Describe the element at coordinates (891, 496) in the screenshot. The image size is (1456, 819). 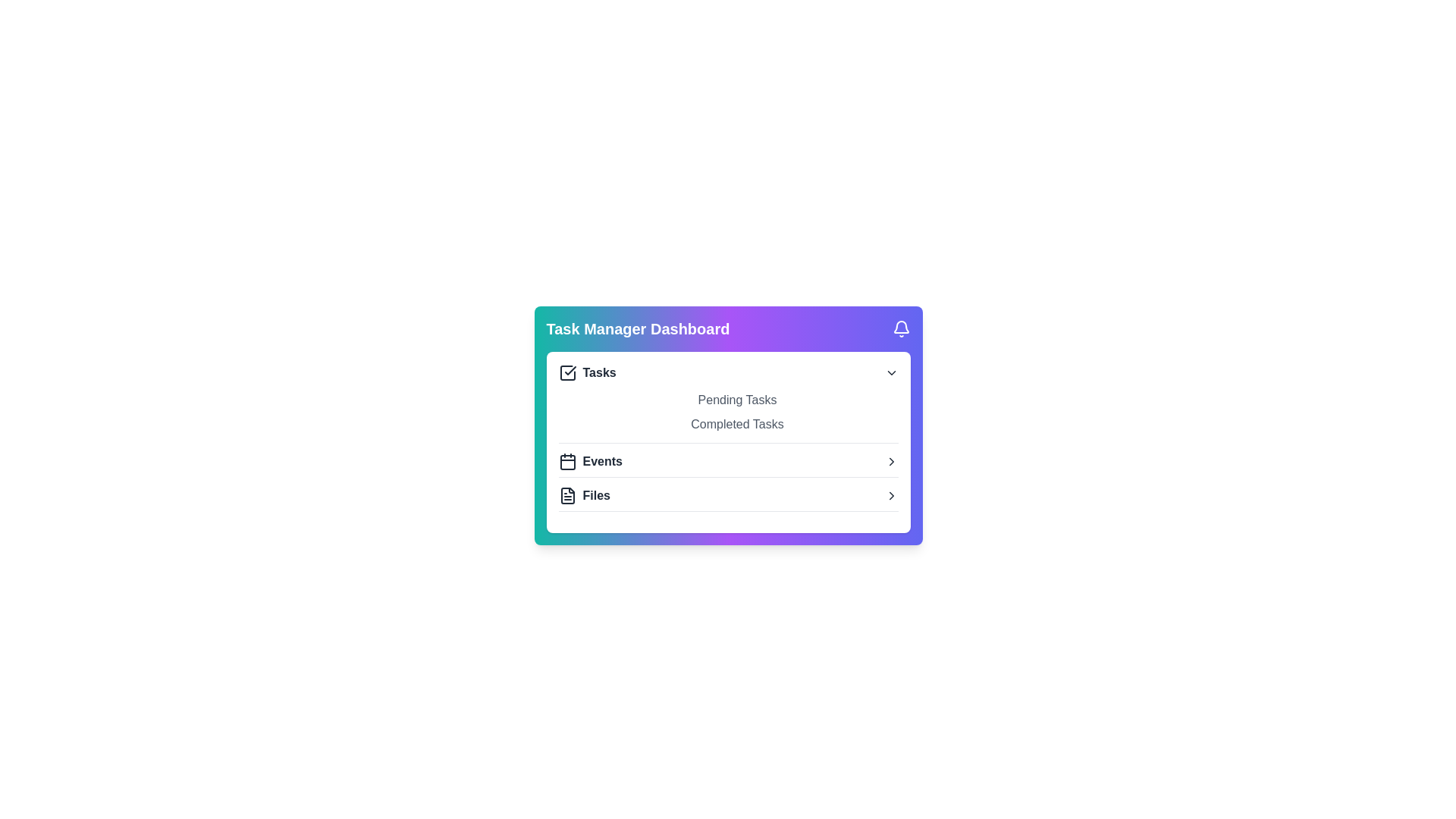
I see `the right-pointing chevron icon next to the 'Files' text` at that location.